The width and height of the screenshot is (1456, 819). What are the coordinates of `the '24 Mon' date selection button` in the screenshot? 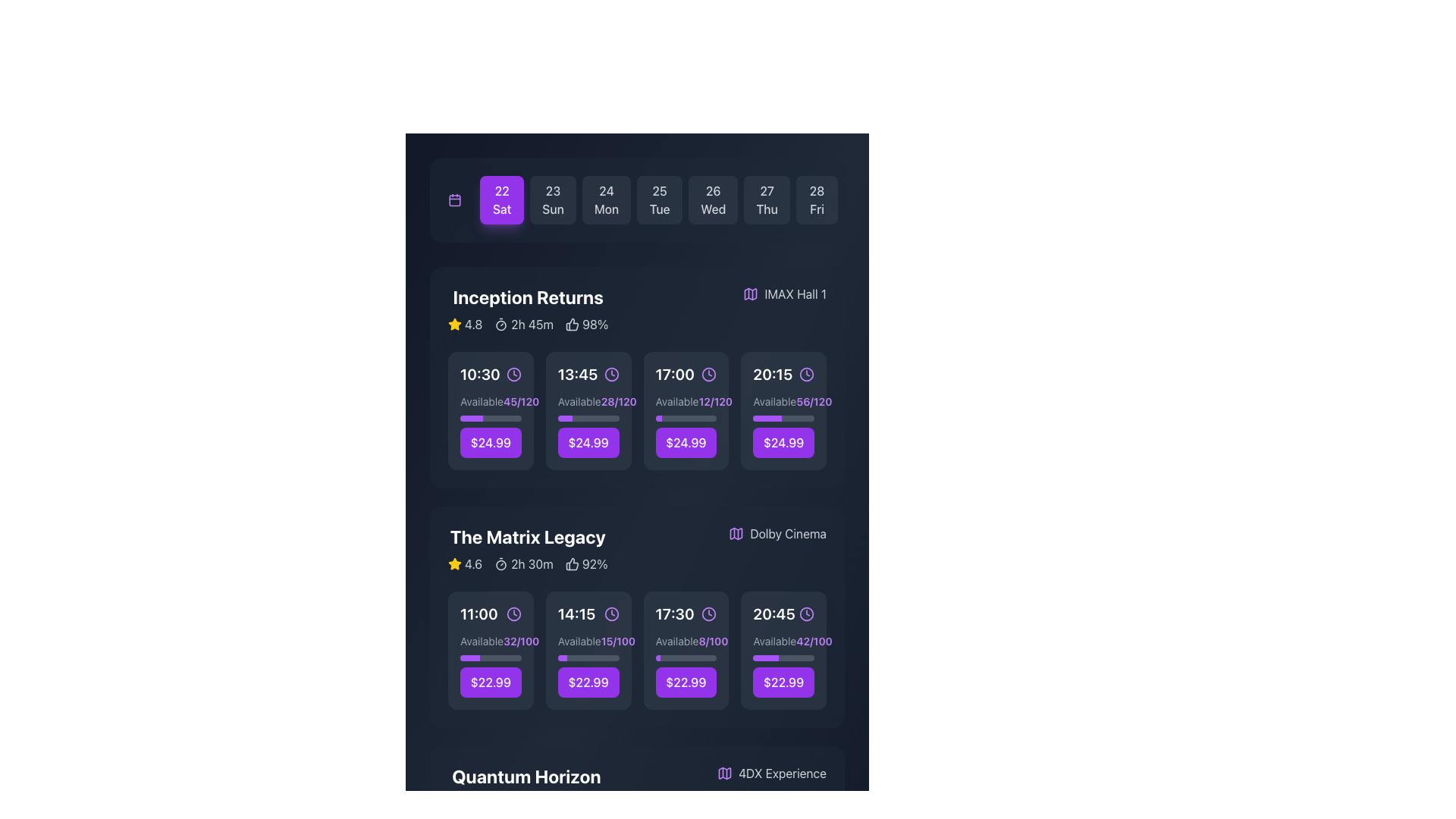 It's located at (607, 199).